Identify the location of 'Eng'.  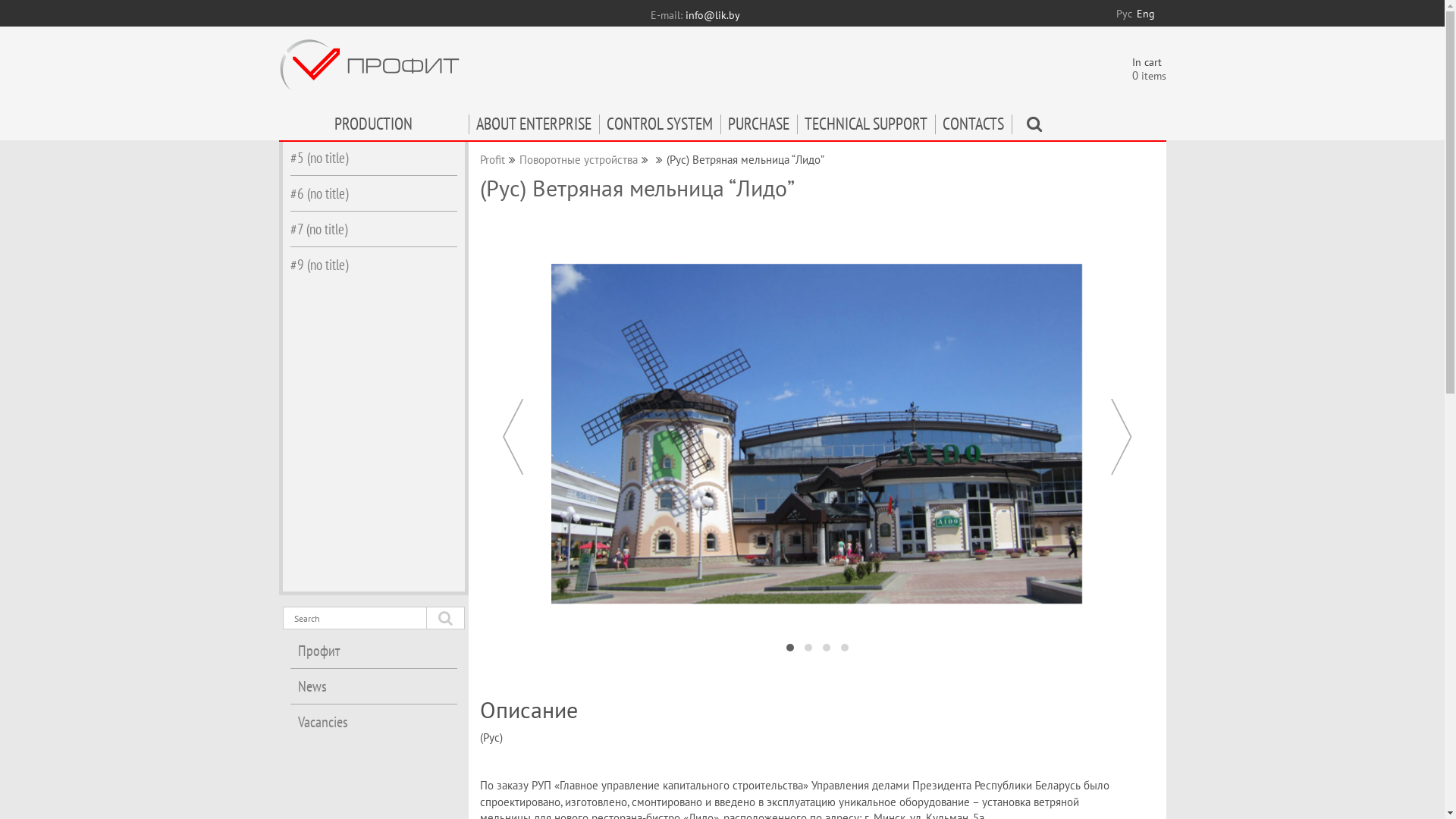
(1145, 14).